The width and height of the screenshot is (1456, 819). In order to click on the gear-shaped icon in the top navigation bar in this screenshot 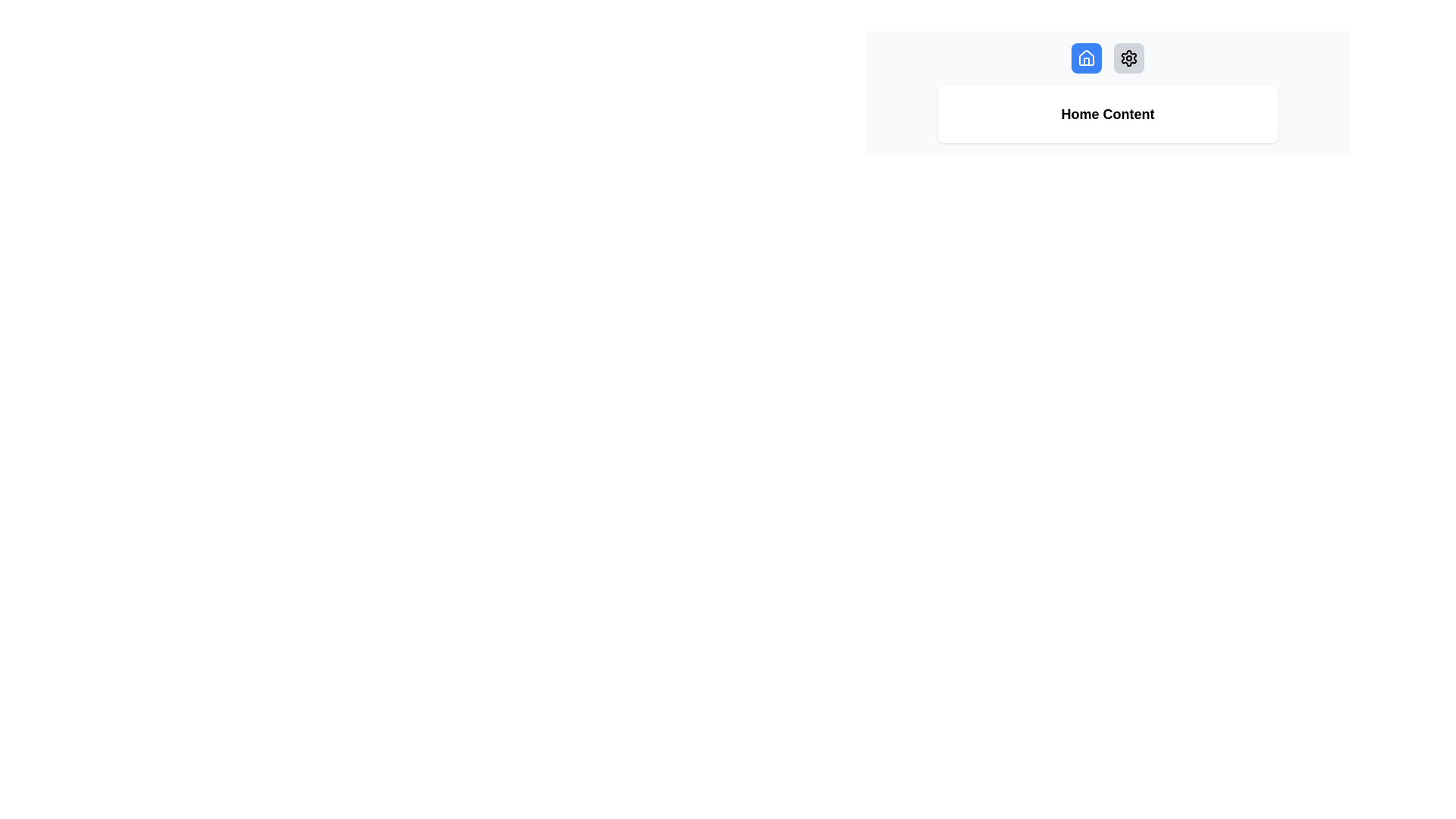, I will do `click(1128, 58)`.